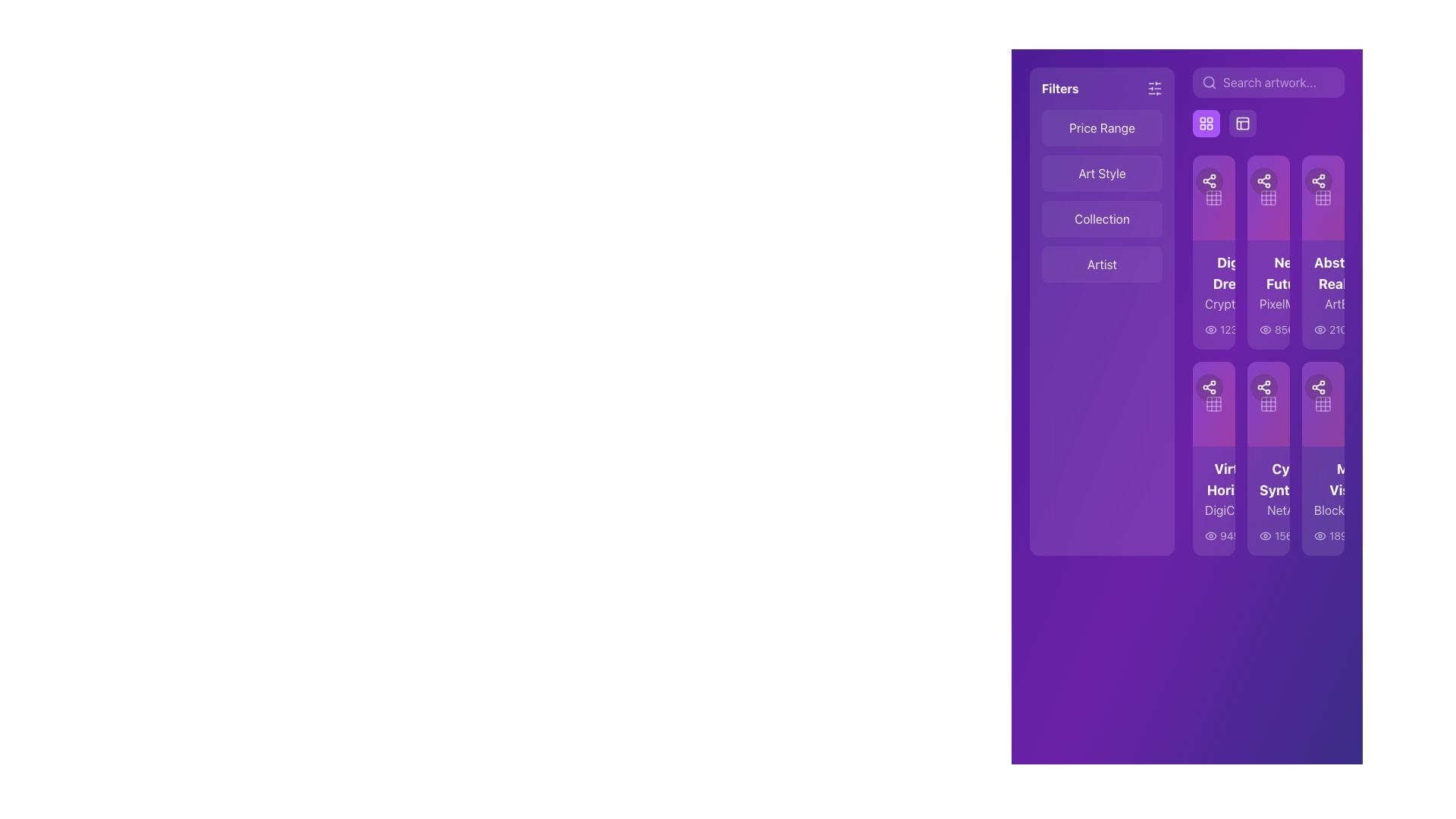 The height and width of the screenshot is (819, 1456). Describe the element at coordinates (1210, 535) in the screenshot. I see `the eye icon, which is part of a group containing the numeric text '945', located below the title 'Virtual Horizons'` at that location.